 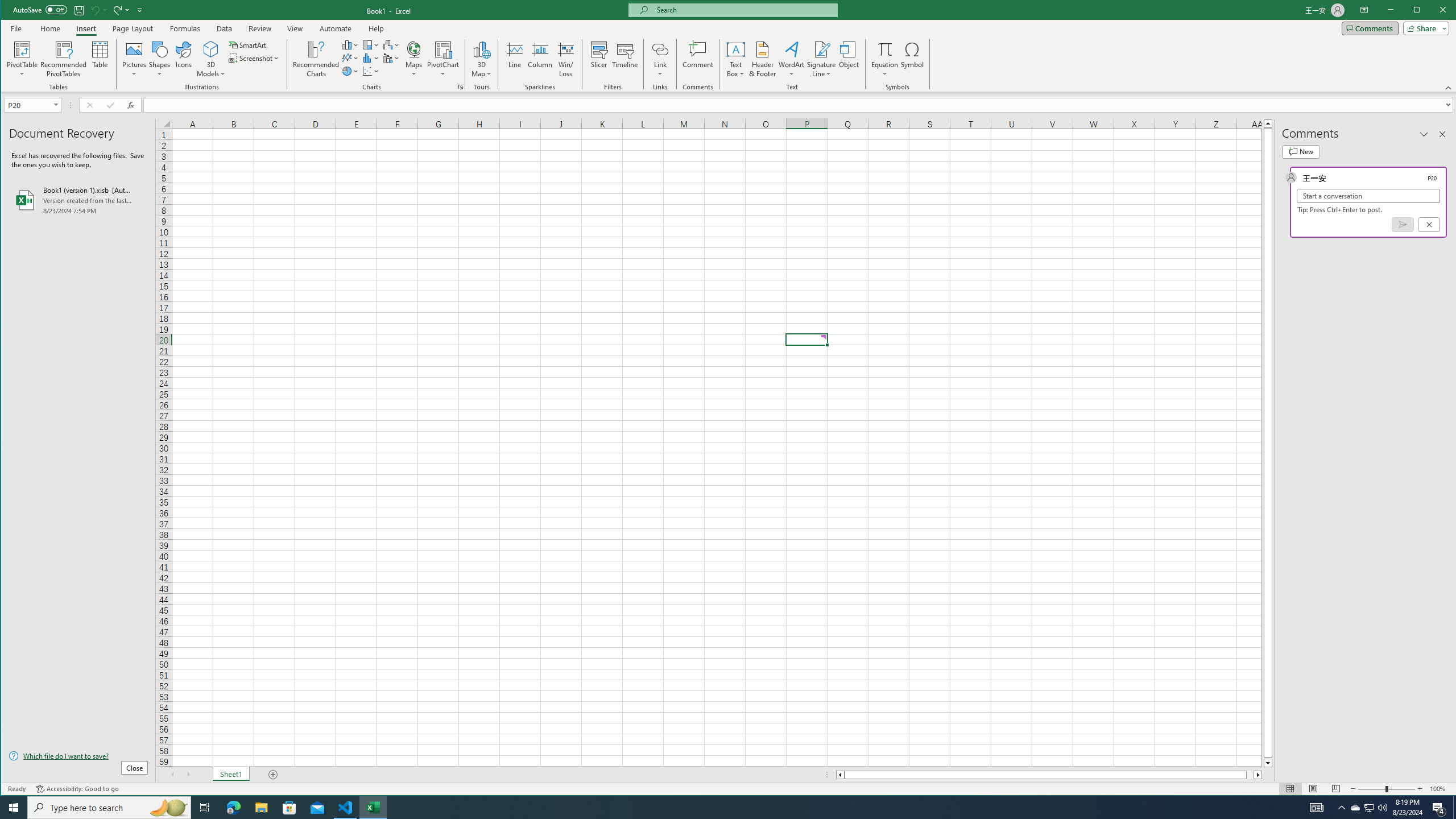 I want to click on 'Save', so click(x=78, y=9).